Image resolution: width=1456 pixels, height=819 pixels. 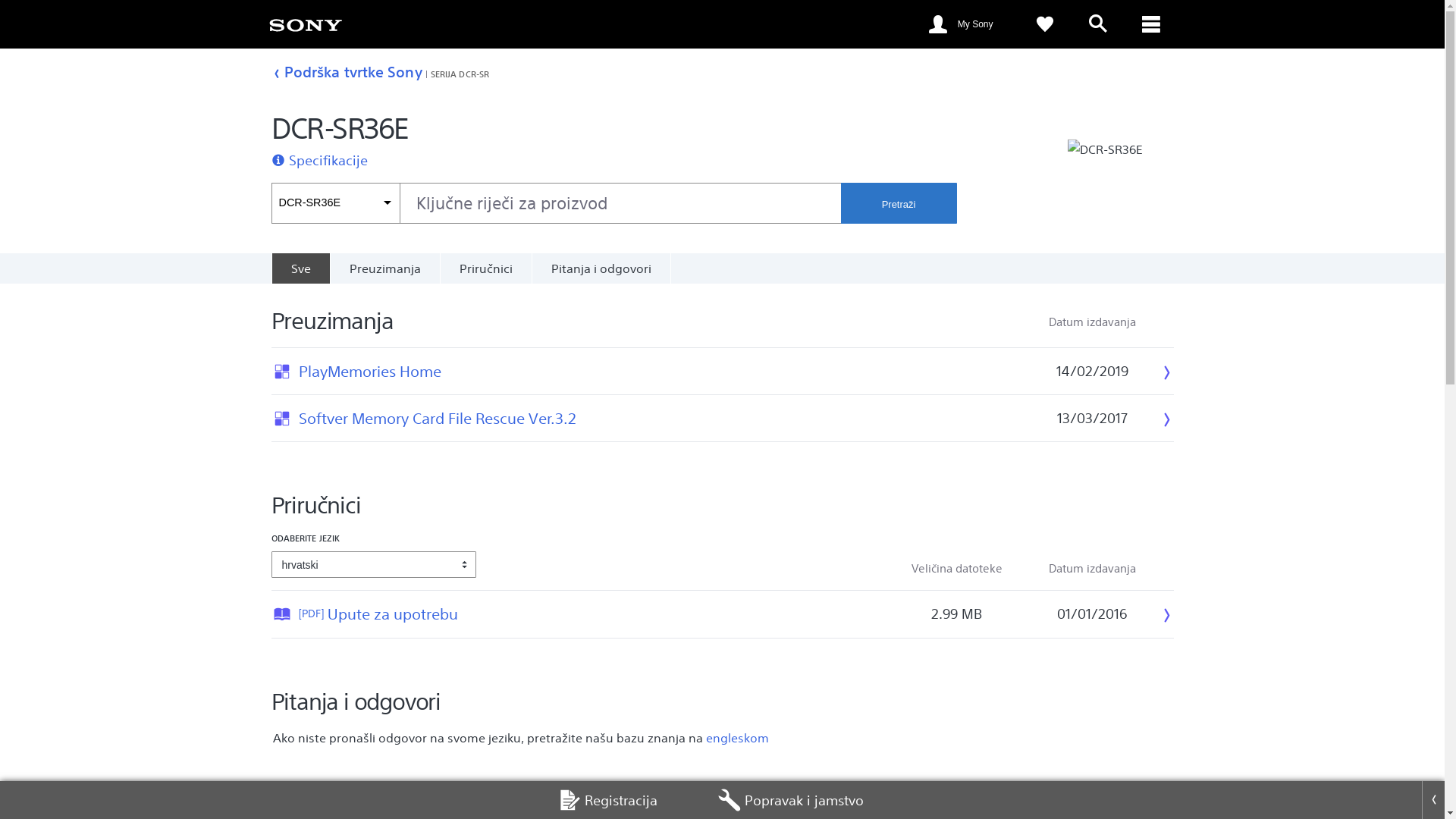 I want to click on 'DCR-SR36E', so click(x=271, y=201).